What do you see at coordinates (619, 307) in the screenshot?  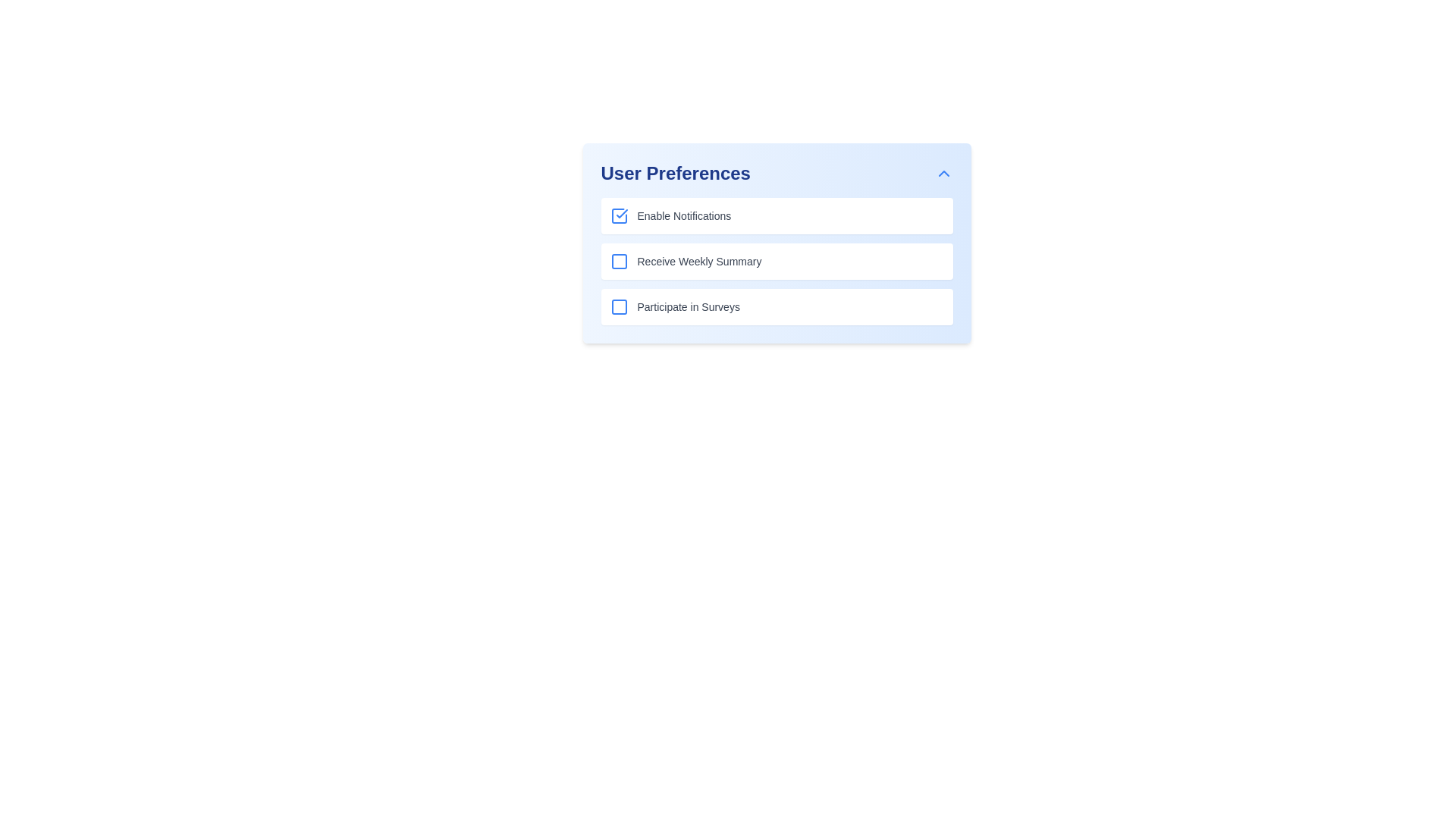 I see `the inner rectangle of the checkbox for the 'Participate in Surveys' preference` at bounding box center [619, 307].